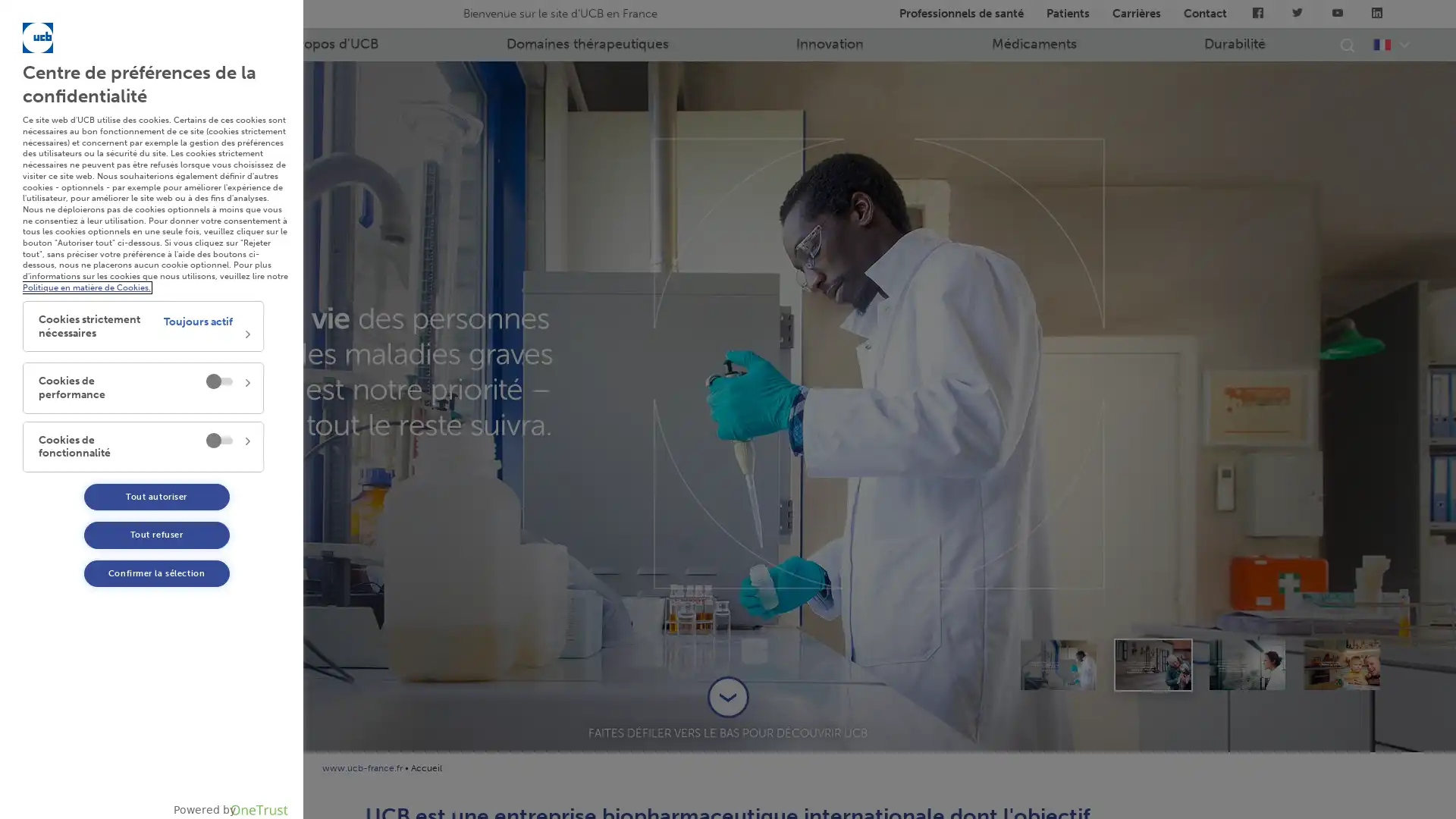 This screenshot has width=1456, height=819. What do you see at coordinates (1058, 663) in the screenshot?
I see `Scientifique UCB` at bounding box center [1058, 663].